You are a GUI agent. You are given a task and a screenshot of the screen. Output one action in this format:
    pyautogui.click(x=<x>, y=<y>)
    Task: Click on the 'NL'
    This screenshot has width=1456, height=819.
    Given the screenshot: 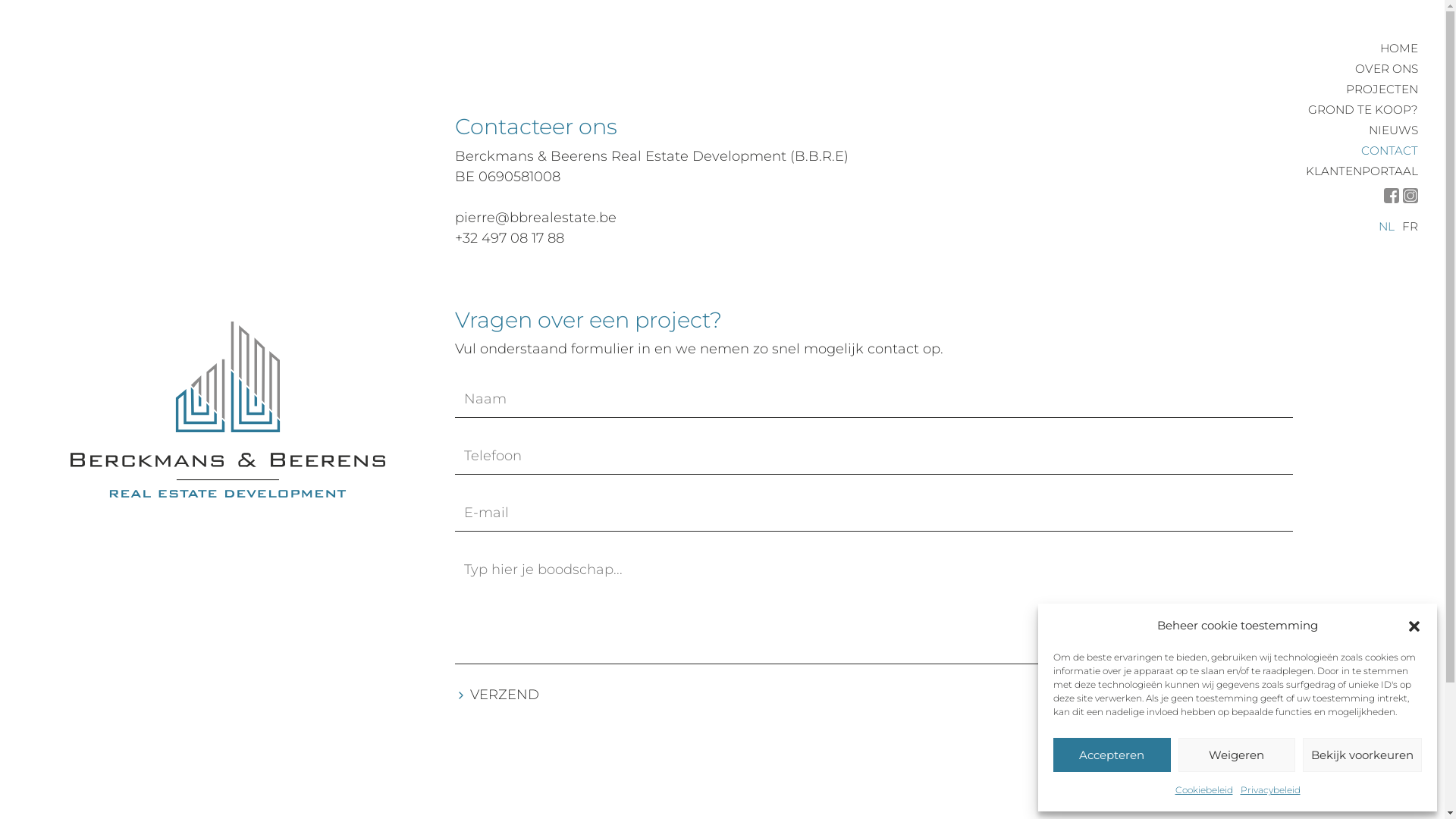 What is the action you would take?
    pyautogui.click(x=1386, y=226)
    